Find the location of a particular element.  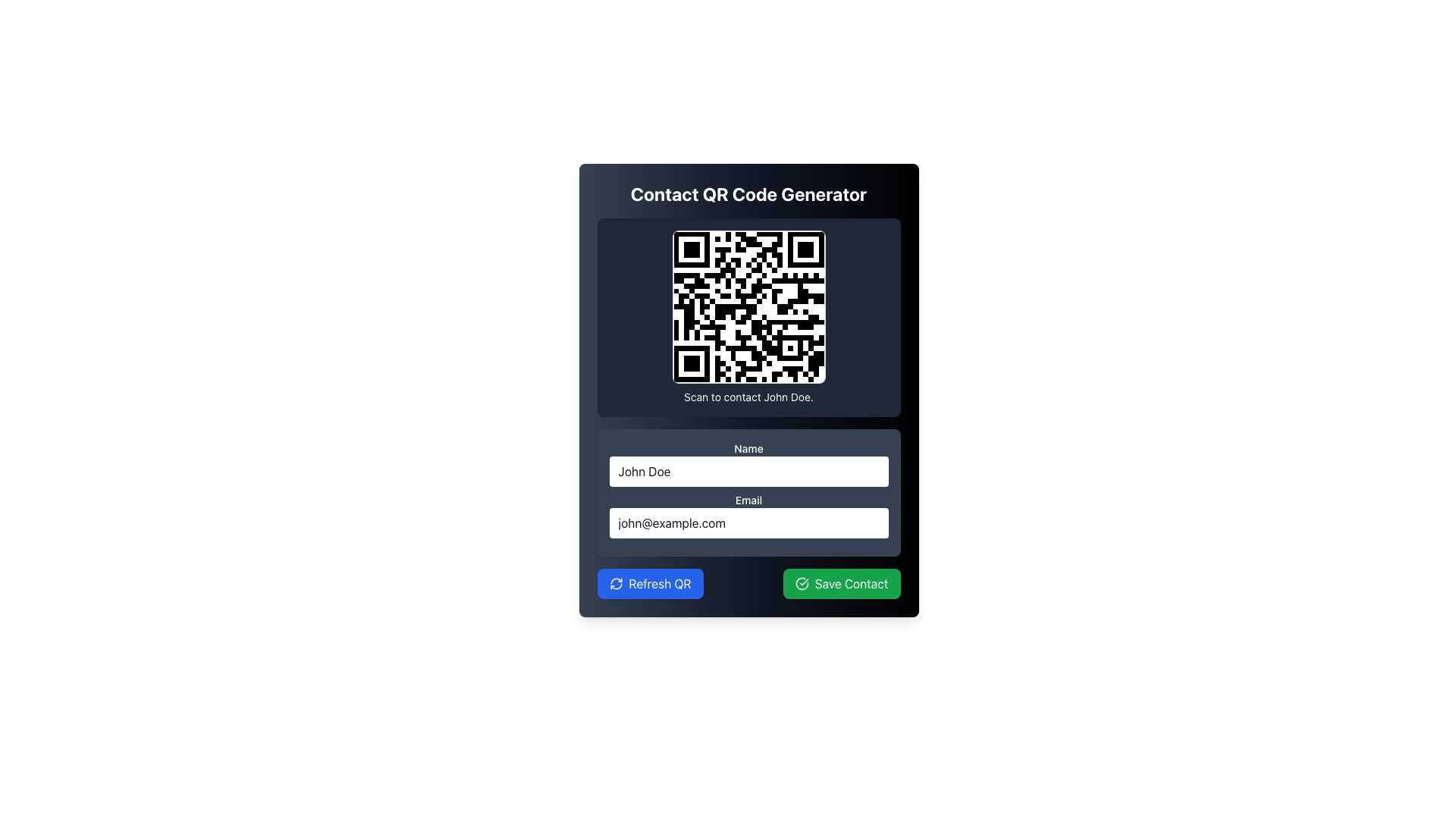

the visual style of the refresh icon located within the 'Refresh QR' button at the bottom-left section of the user interface is located at coordinates (616, 583).